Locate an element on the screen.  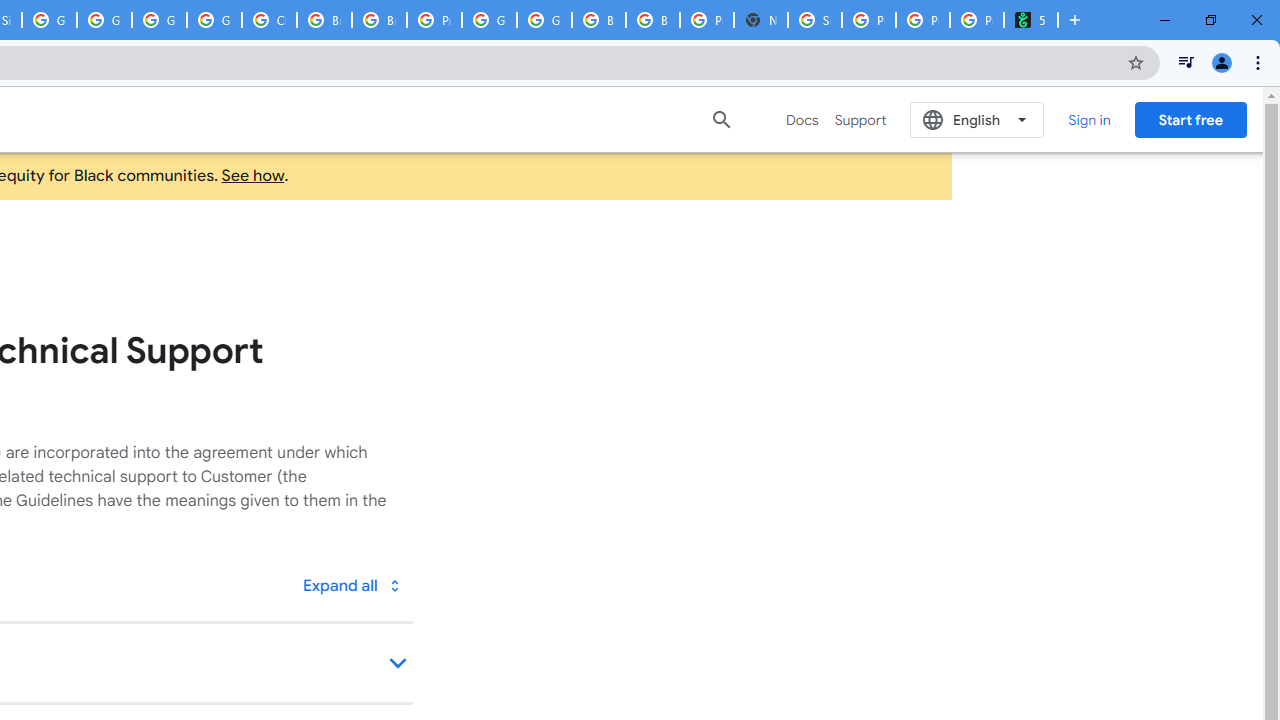
'Toggle all' is located at coordinates (351, 585).